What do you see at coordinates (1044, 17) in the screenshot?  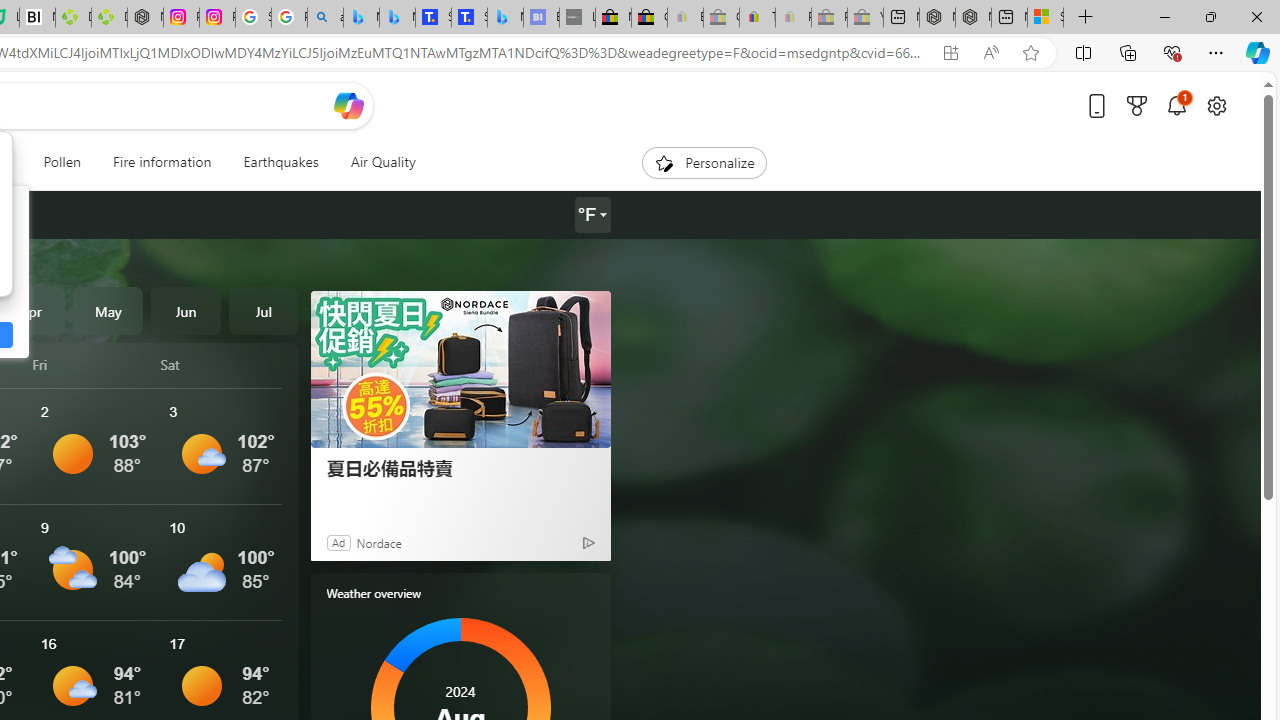 I see `'Sign in to your Microsoft account'` at bounding box center [1044, 17].